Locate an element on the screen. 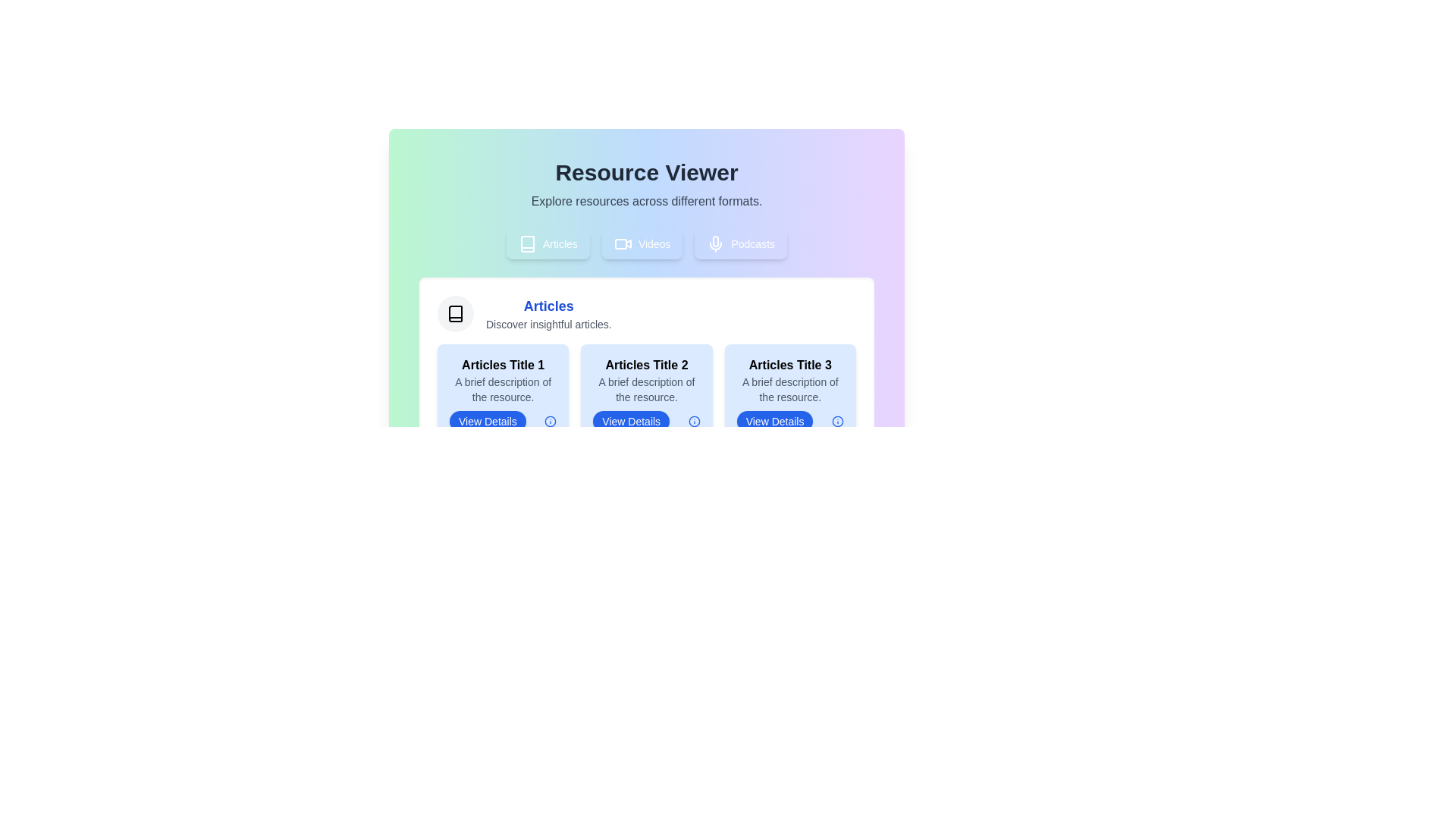 The width and height of the screenshot is (1456, 819). the 'View Details' button with a blue background and white text is located at coordinates (775, 421).